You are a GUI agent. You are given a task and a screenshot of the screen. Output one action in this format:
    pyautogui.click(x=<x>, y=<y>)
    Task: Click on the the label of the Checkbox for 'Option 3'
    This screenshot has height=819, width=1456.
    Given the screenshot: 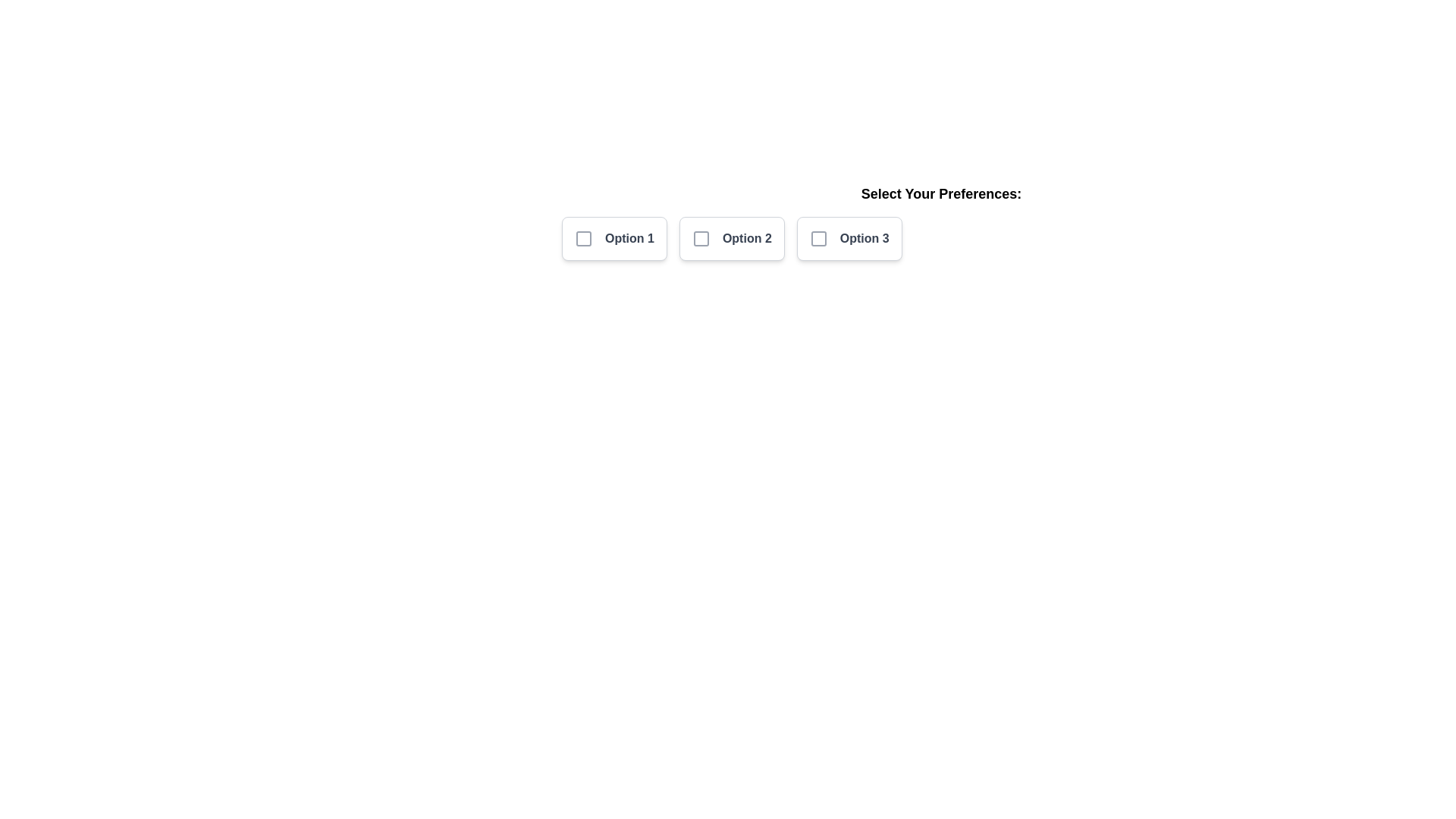 What is the action you would take?
    pyautogui.click(x=849, y=239)
    